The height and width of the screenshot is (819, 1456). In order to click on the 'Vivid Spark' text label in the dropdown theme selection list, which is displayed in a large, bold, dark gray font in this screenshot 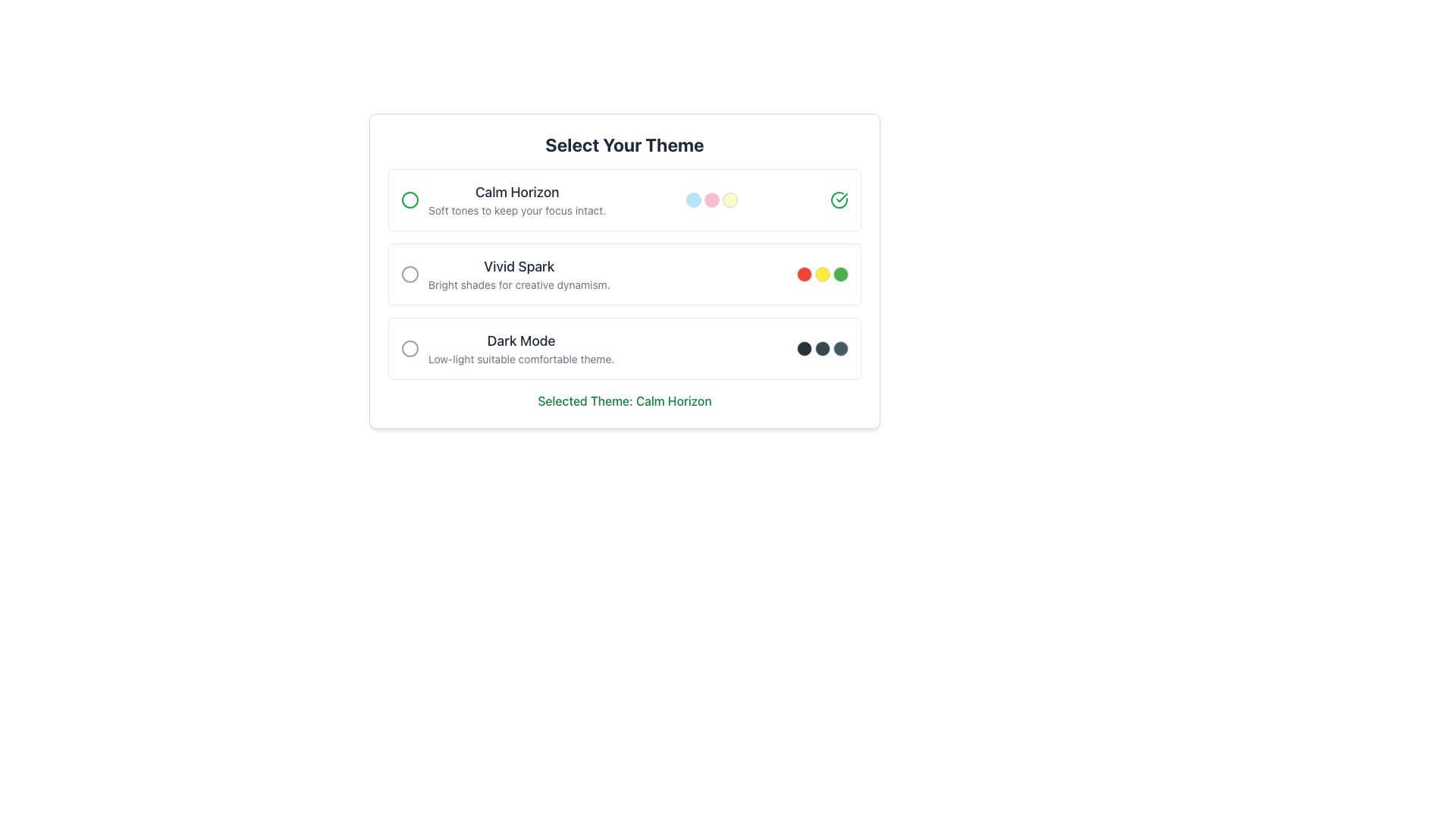, I will do `click(519, 265)`.